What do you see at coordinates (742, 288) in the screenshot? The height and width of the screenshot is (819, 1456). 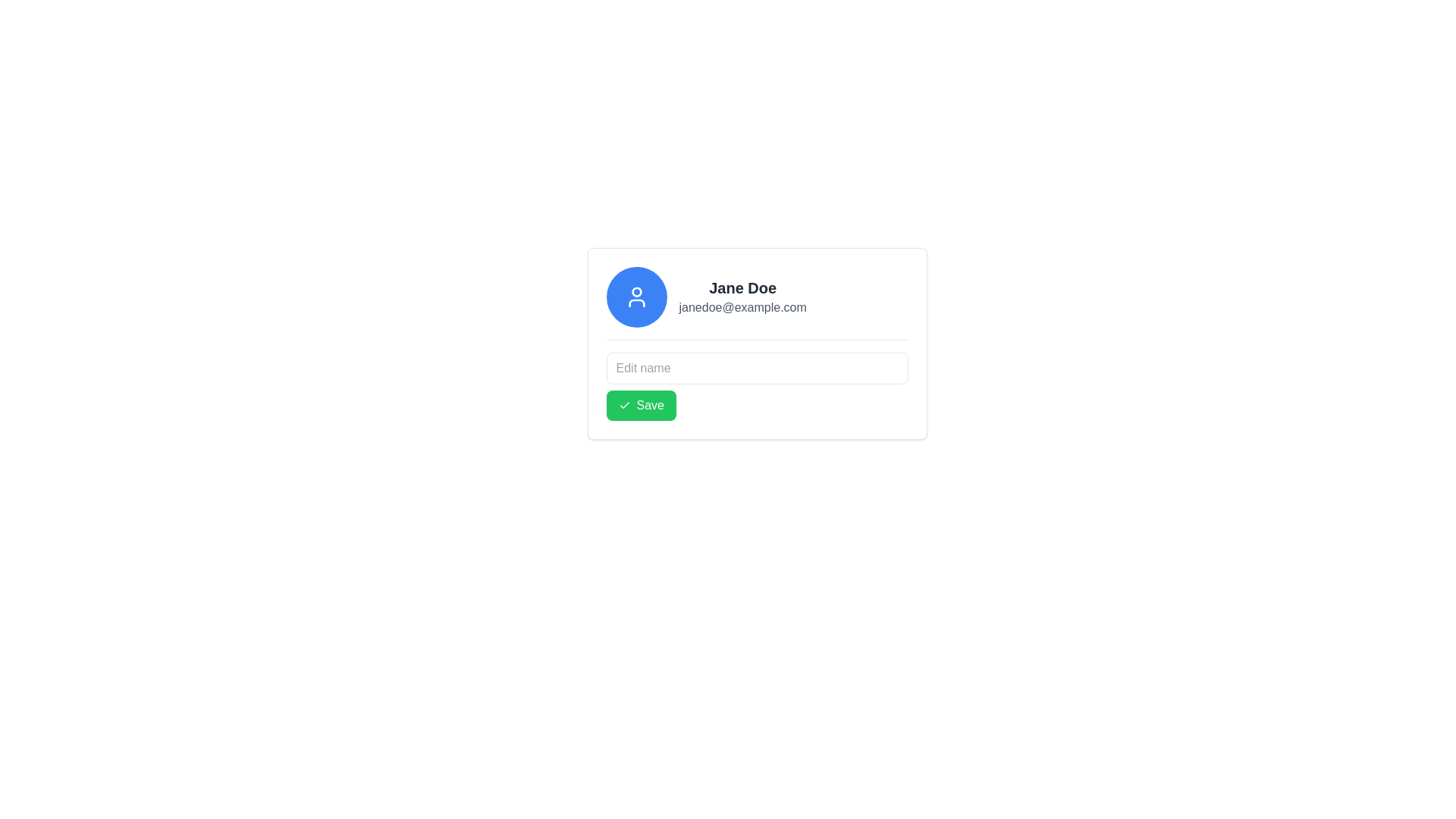 I see `the text label displaying 'Jane Doe' which is styled in bold and dark gray, located above an email address and to the right of an avatar icon` at bounding box center [742, 288].